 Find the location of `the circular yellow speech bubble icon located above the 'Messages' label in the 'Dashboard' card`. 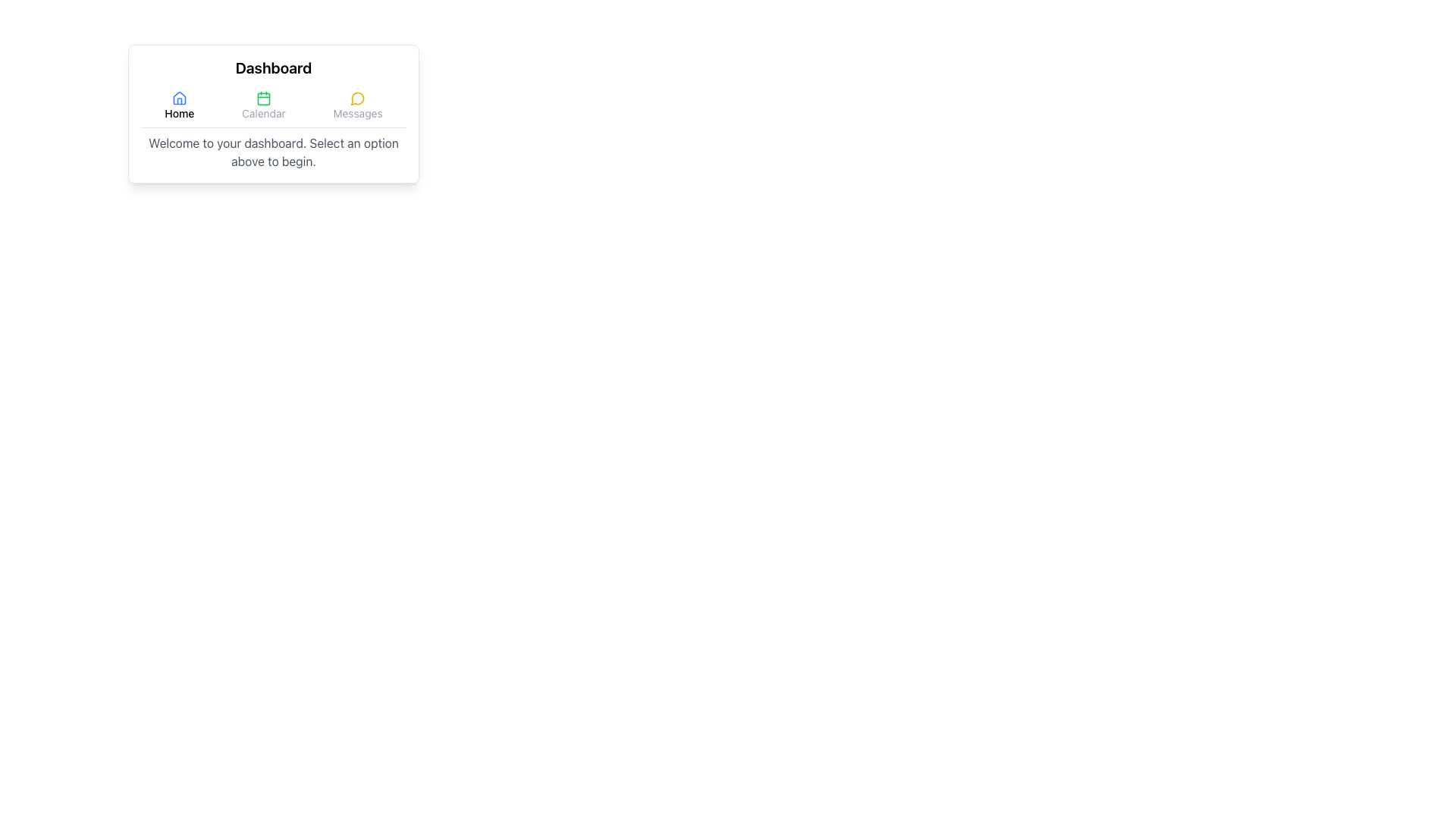

the circular yellow speech bubble icon located above the 'Messages' label in the 'Dashboard' card is located at coordinates (357, 99).